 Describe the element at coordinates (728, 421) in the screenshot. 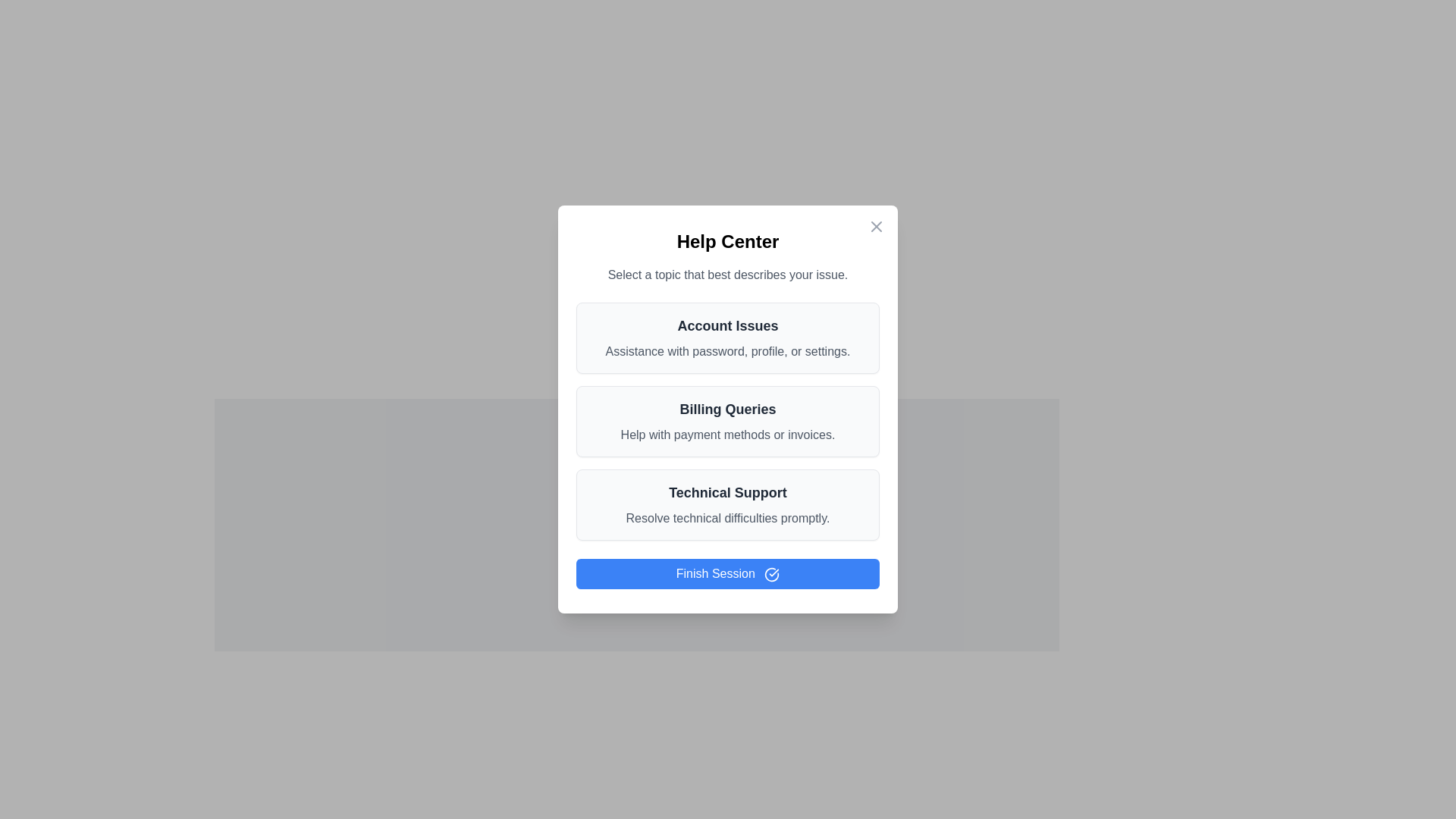

I see `the 'Billing Queries' card, which is a rectangular selectable card with a light gray background and rounded corners, located in the Help Center modal` at that location.